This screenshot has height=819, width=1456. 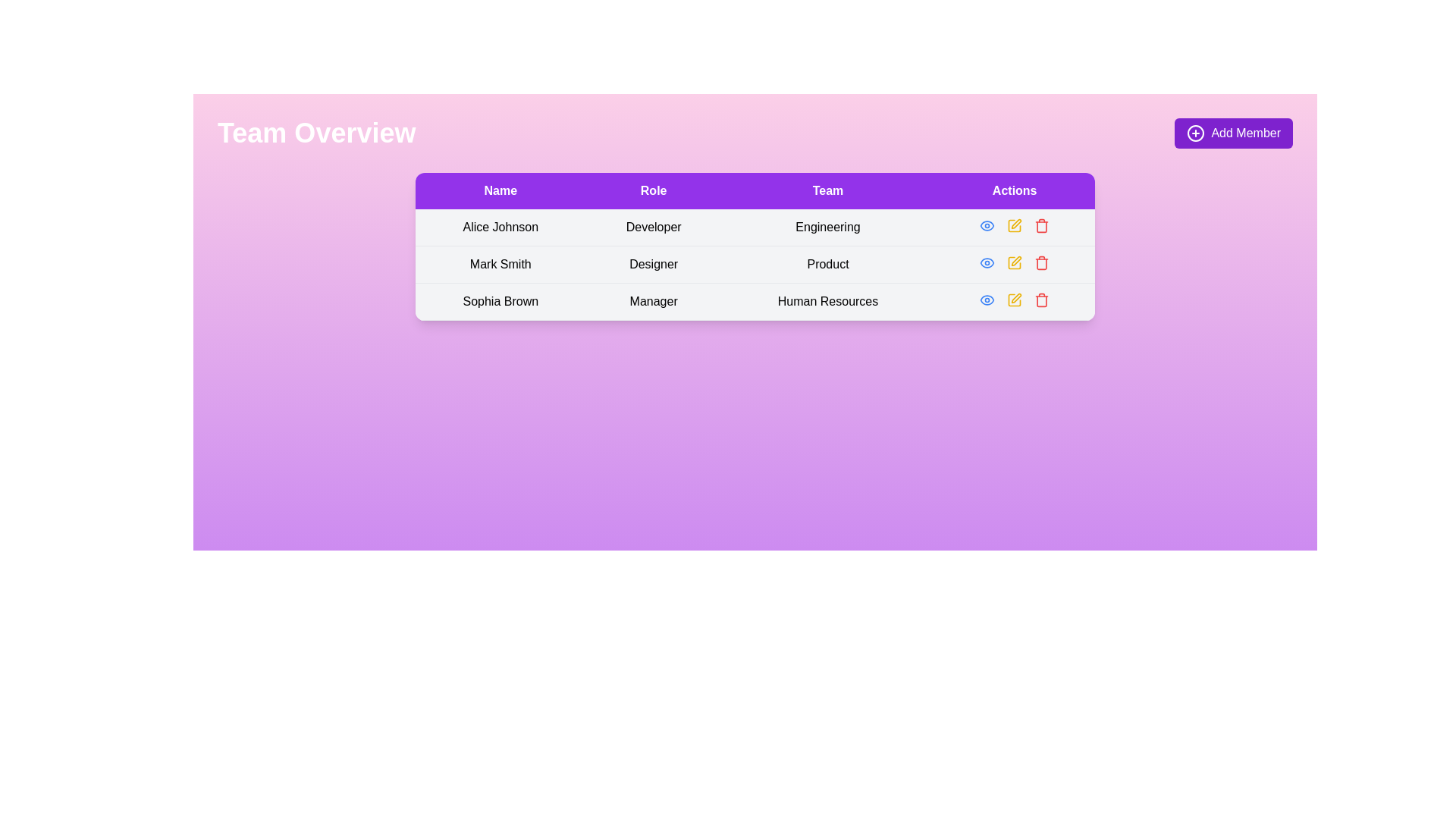 I want to click on the delete icon button in the Actions column of the first row in the table, so click(x=1041, y=225).